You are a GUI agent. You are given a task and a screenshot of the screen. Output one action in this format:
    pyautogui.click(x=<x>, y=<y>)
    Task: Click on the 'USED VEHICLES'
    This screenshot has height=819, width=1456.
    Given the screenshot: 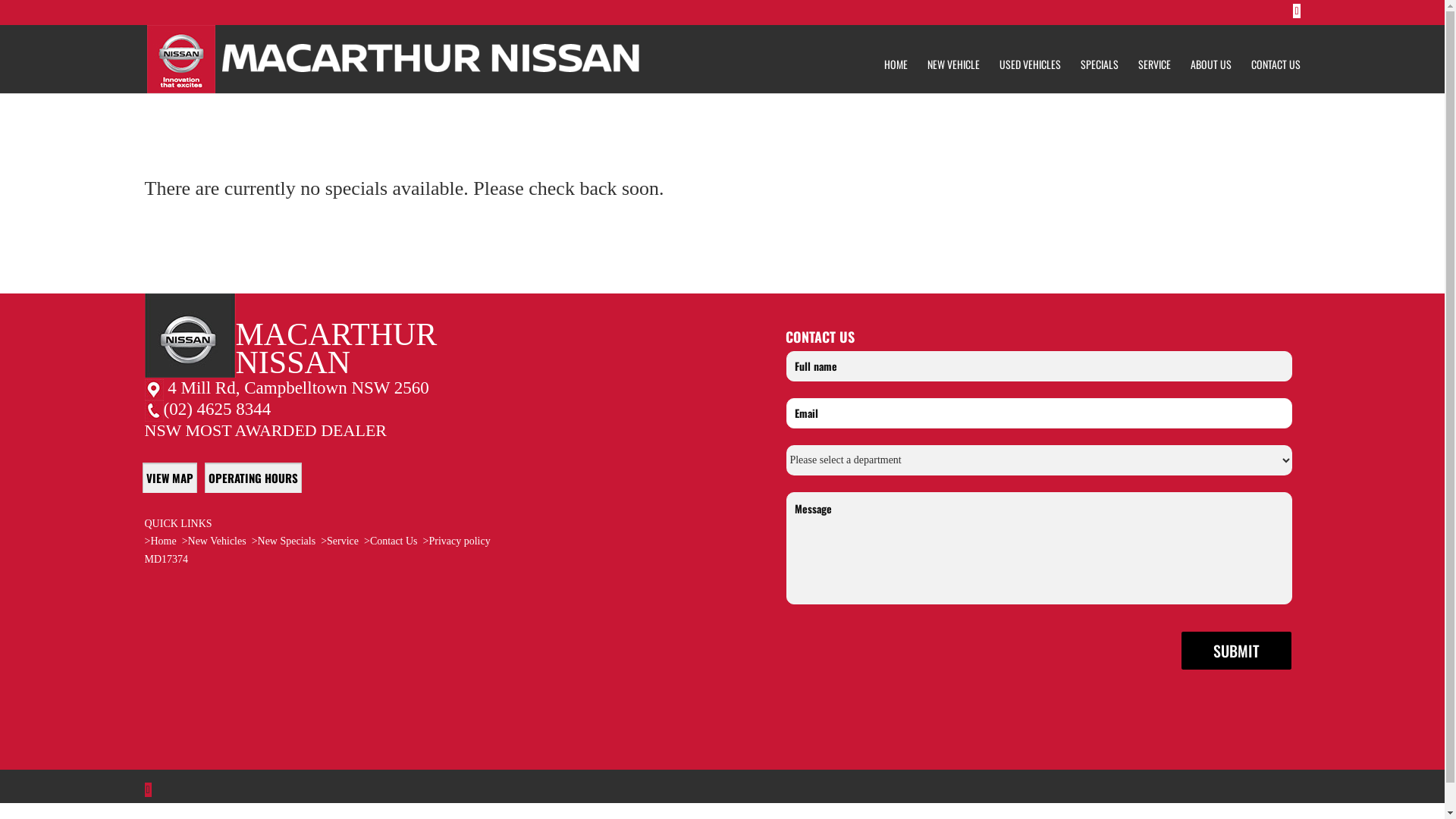 What is the action you would take?
    pyautogui.click(x=1030, y=69)
    